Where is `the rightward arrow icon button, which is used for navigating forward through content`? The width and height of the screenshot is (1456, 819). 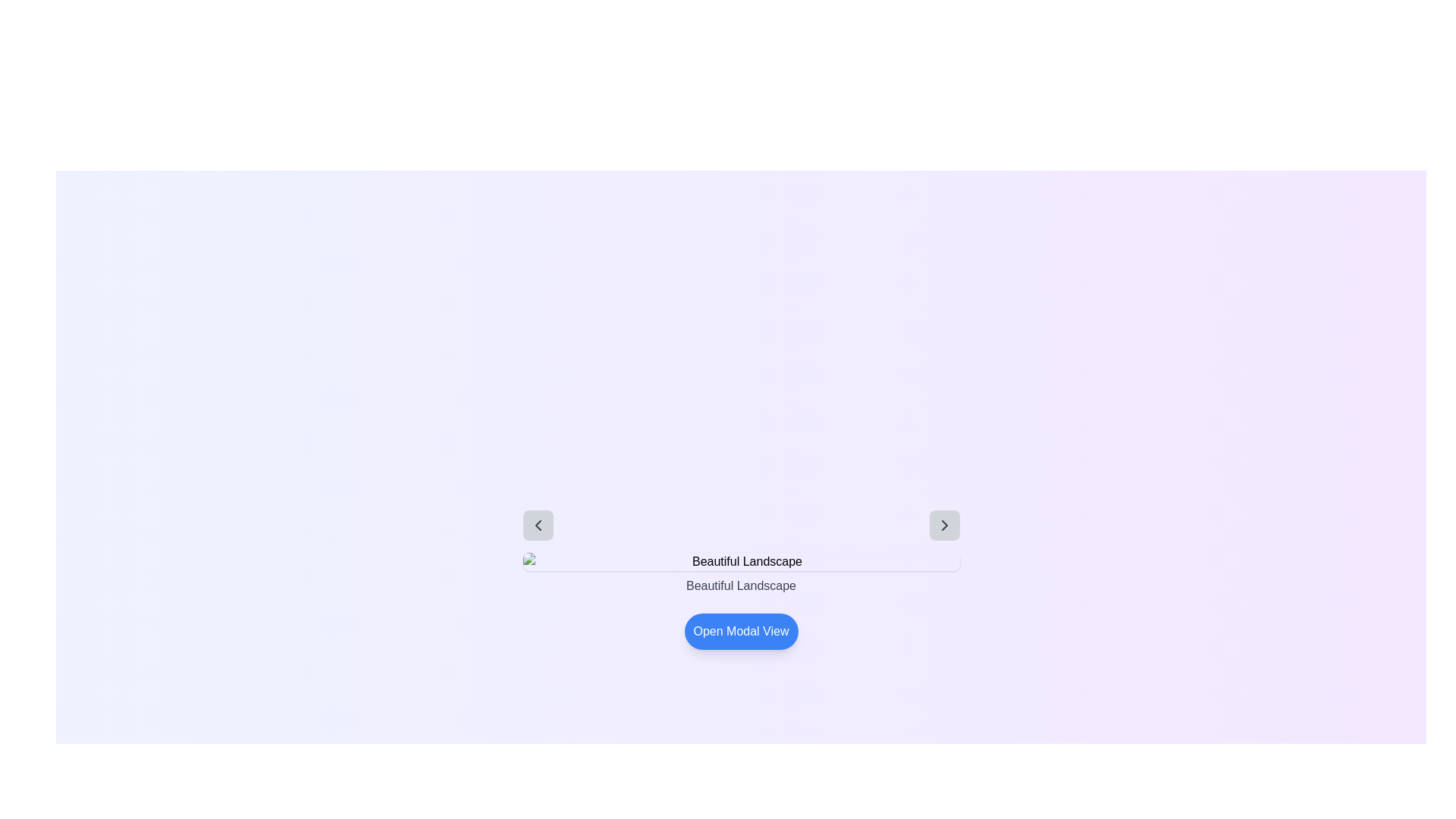
the rightward arrow icon button, which is used for navigating forward through content is located at coordinates (943, 525).